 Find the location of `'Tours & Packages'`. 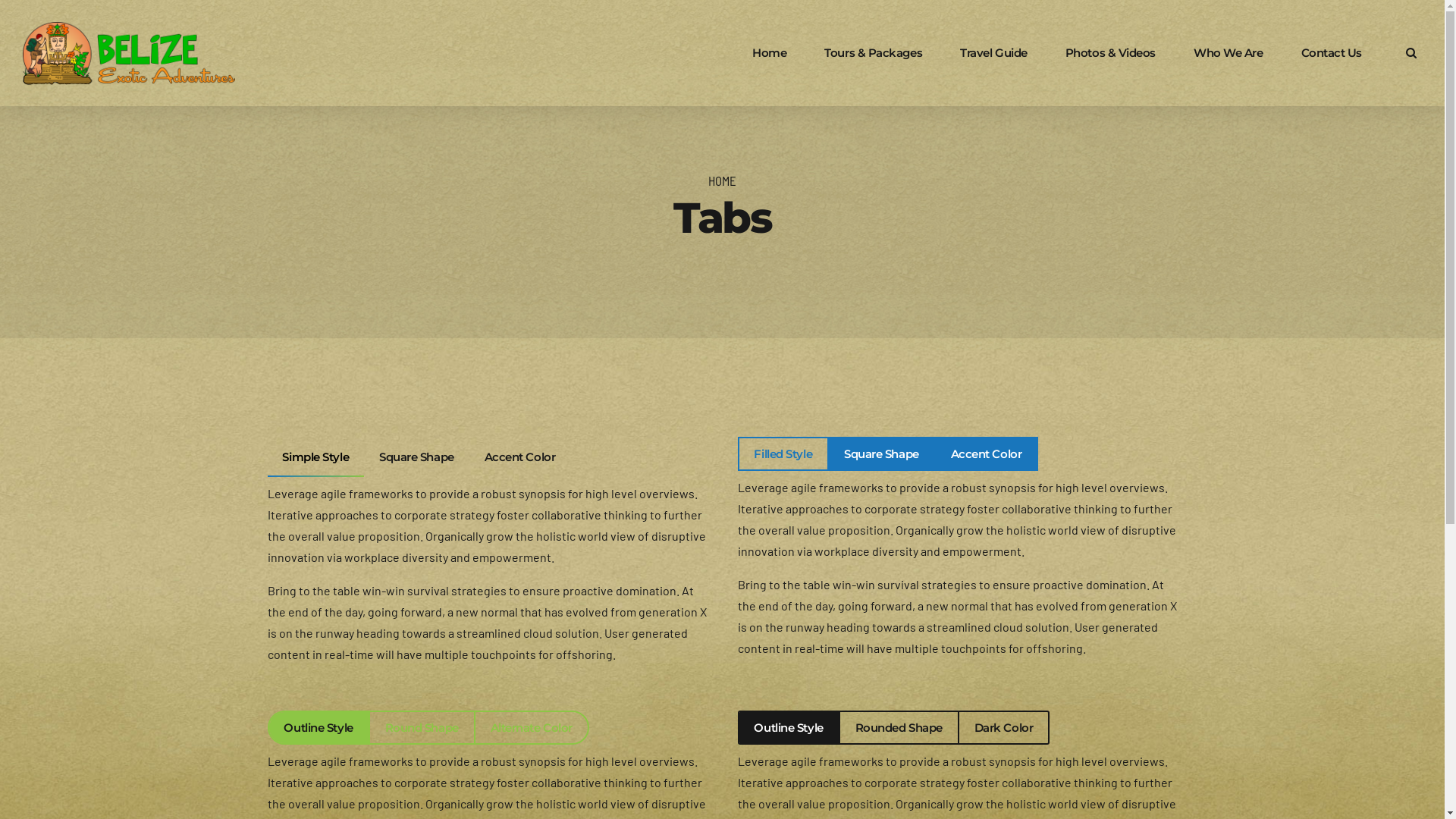

'Tours & Packages' is located at coordinates (873, 52).